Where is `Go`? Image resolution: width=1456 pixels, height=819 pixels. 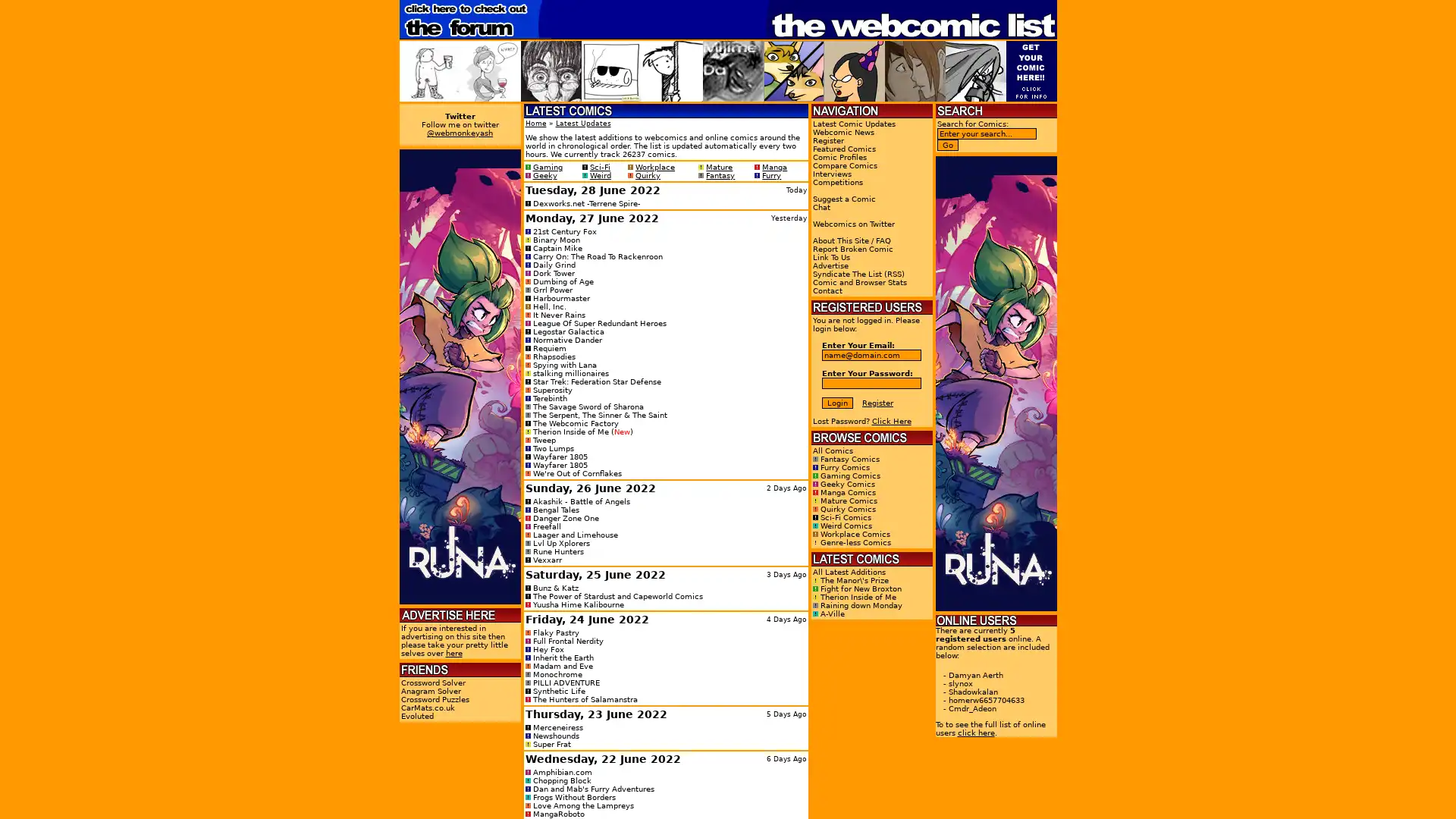
Go is located at coordinates (946, 145).